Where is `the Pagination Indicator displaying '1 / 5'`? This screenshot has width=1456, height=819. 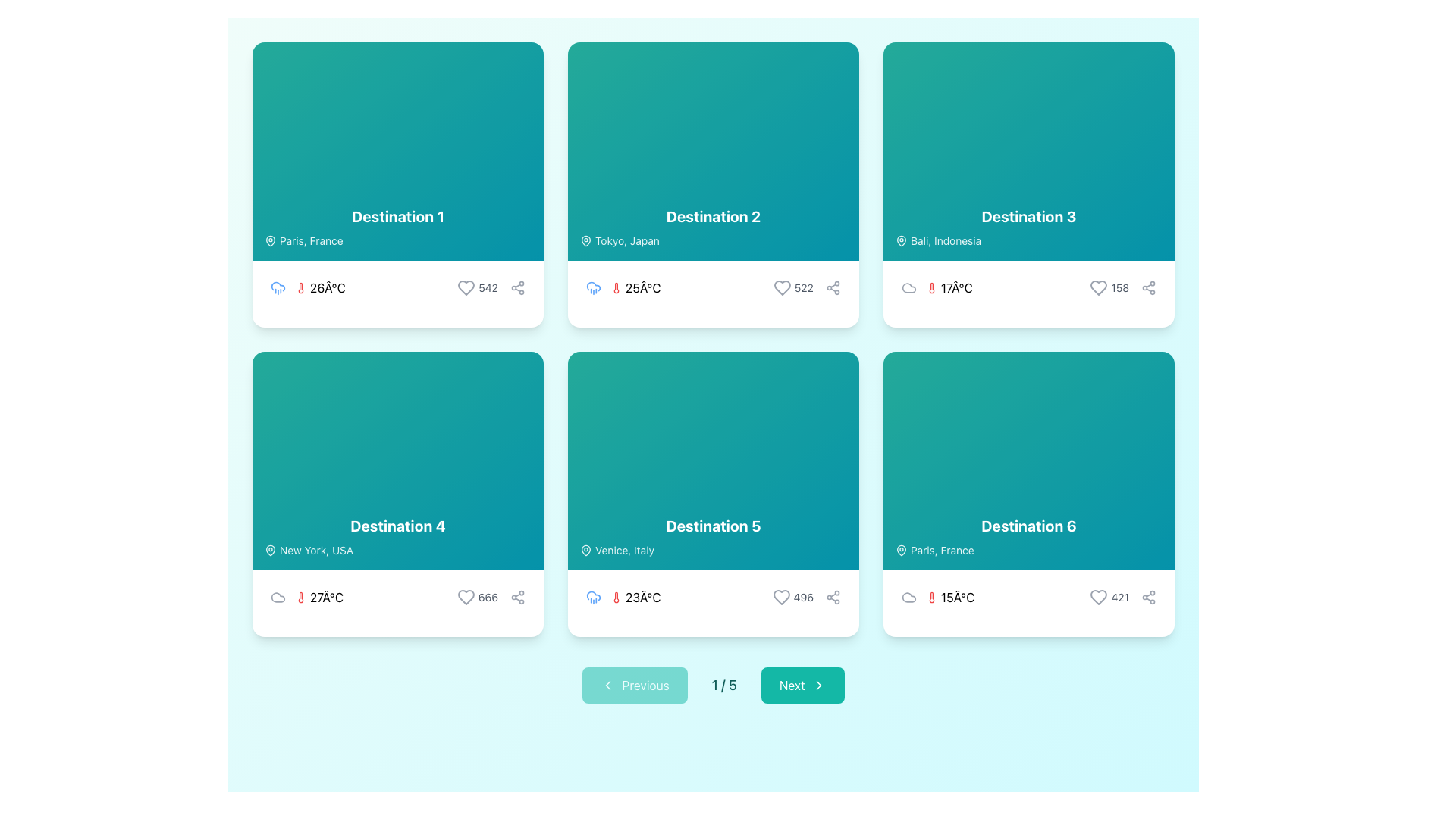
the Pagination Indicator displaying '1 / 5' is located at coordinates (712, 685).